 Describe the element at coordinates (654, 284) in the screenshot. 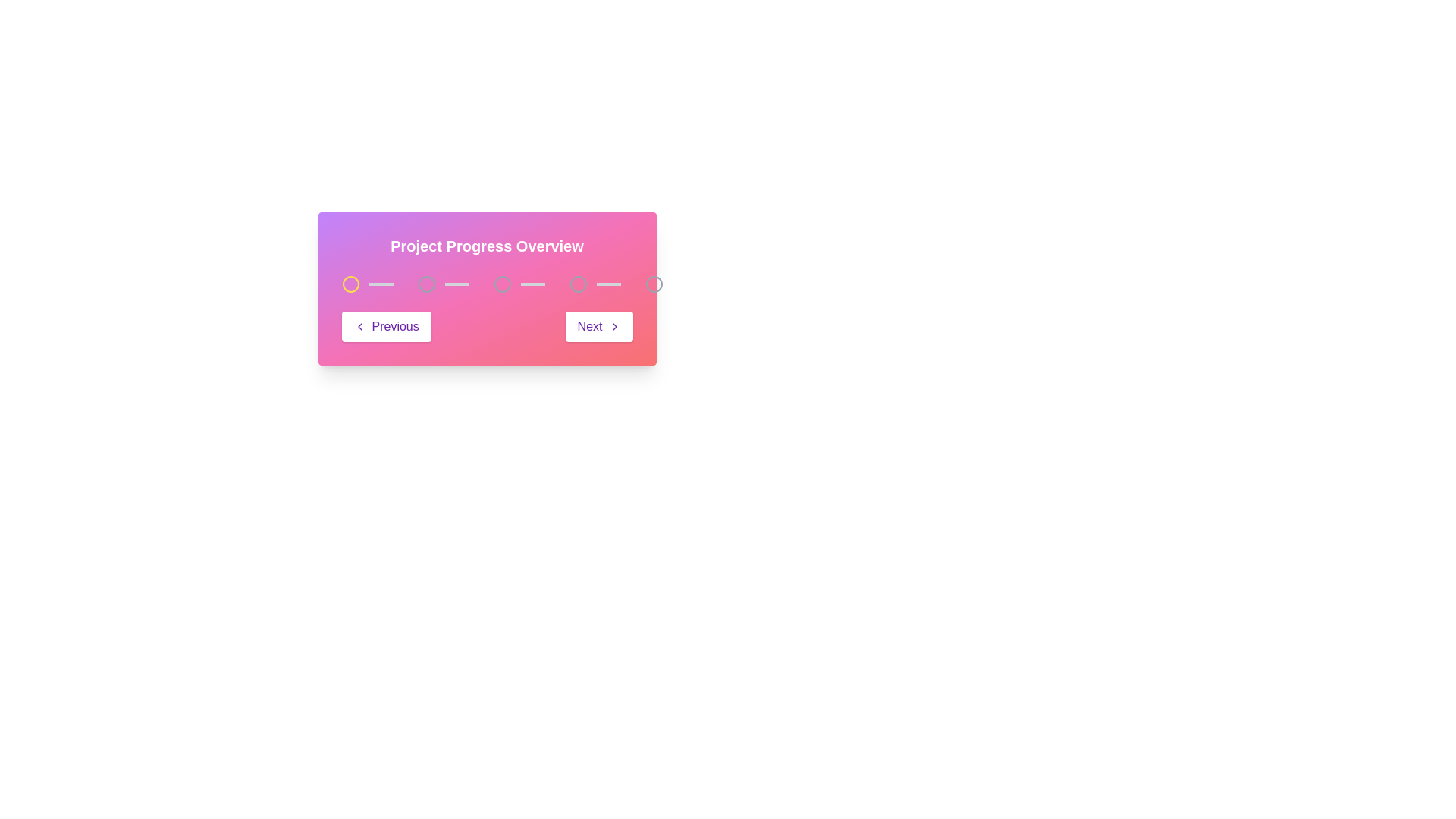

I see `the circular progress indicator at the far right of the series, which has a gray outline and no fill, to interact with it` at that location.